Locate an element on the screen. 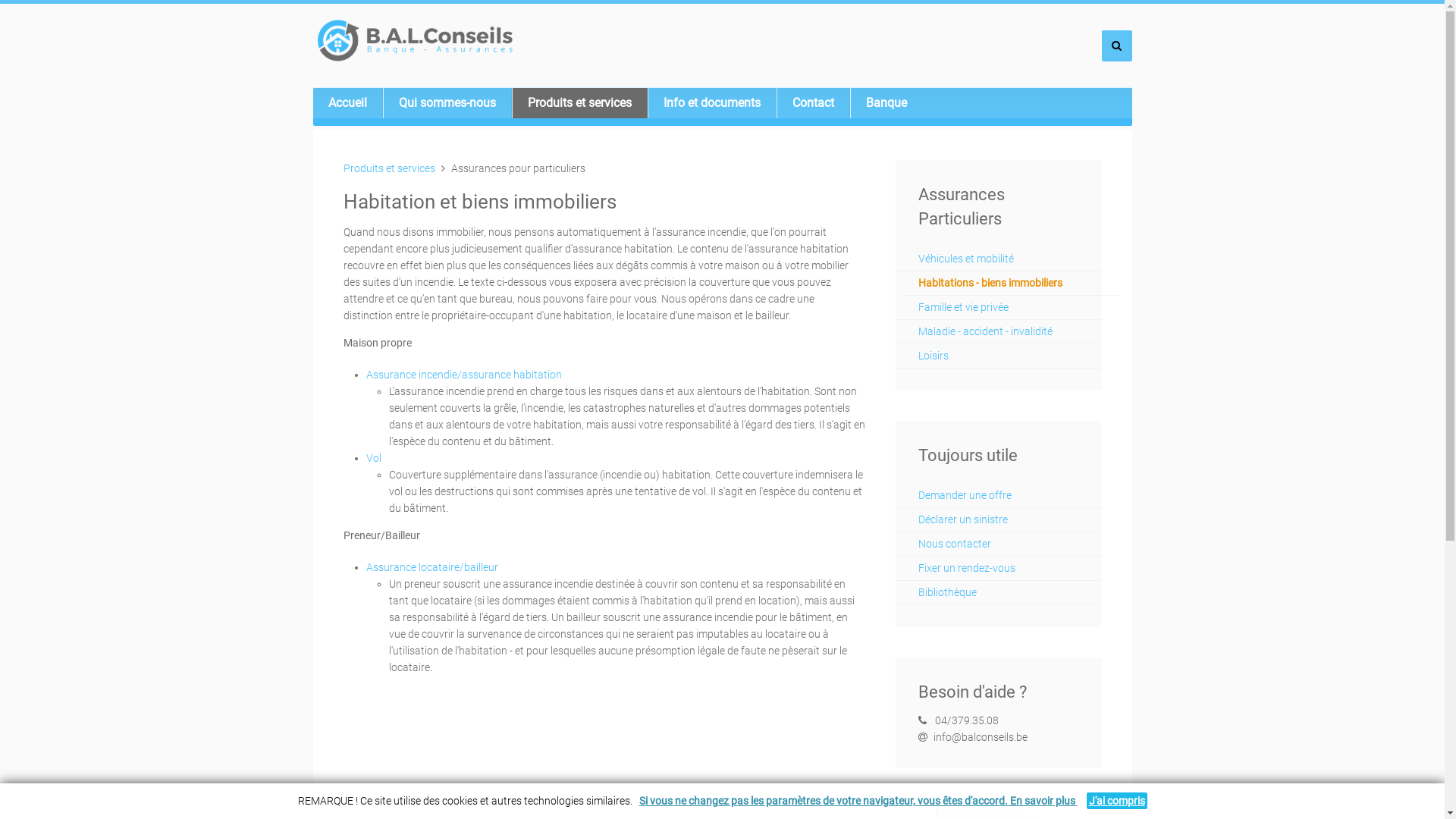  'info@balconseils.be' is located at coordinates (979, 736).